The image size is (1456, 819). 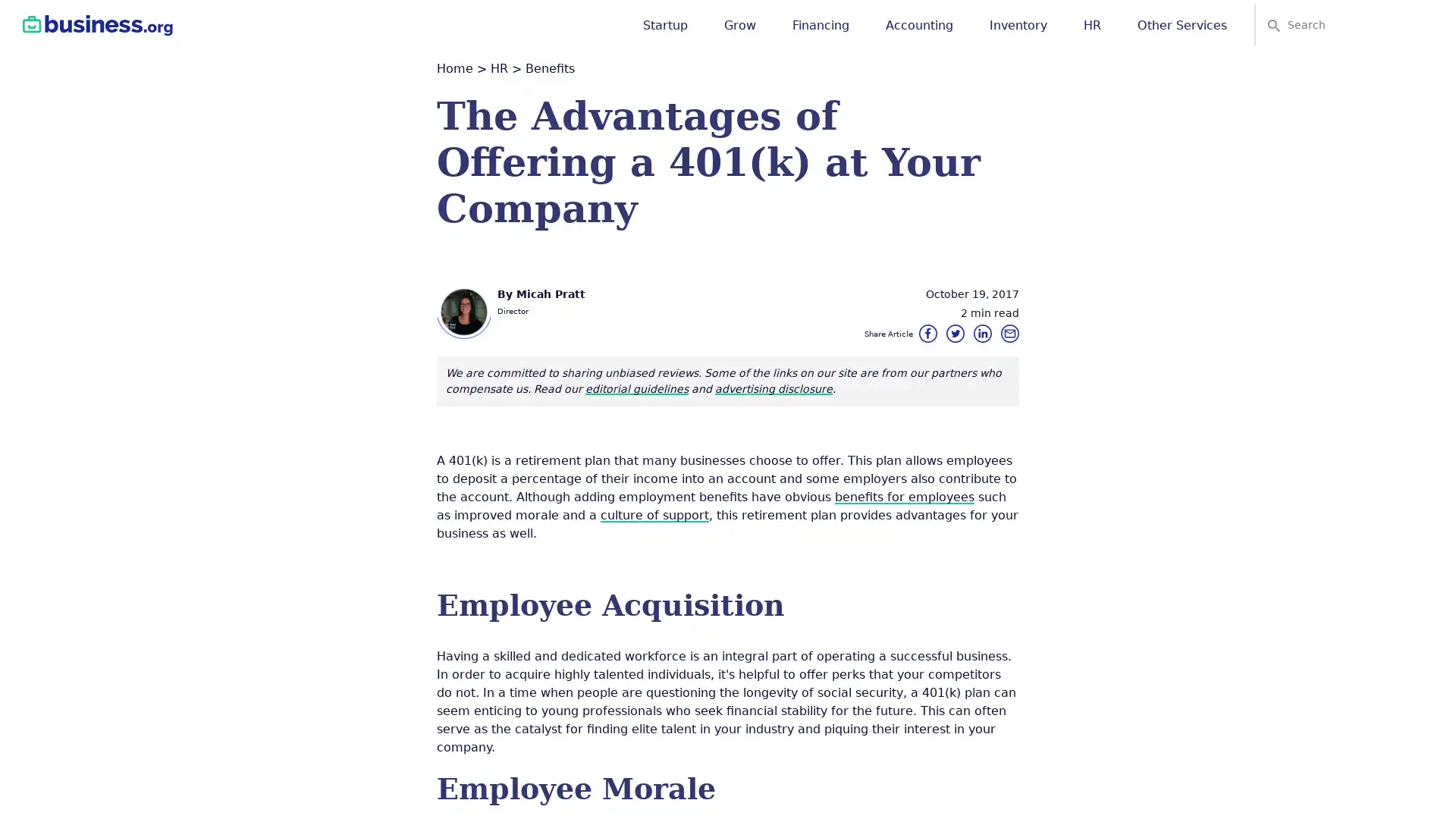 I want to click on Social Linkedin O Dark, so click(x=983, y=332).